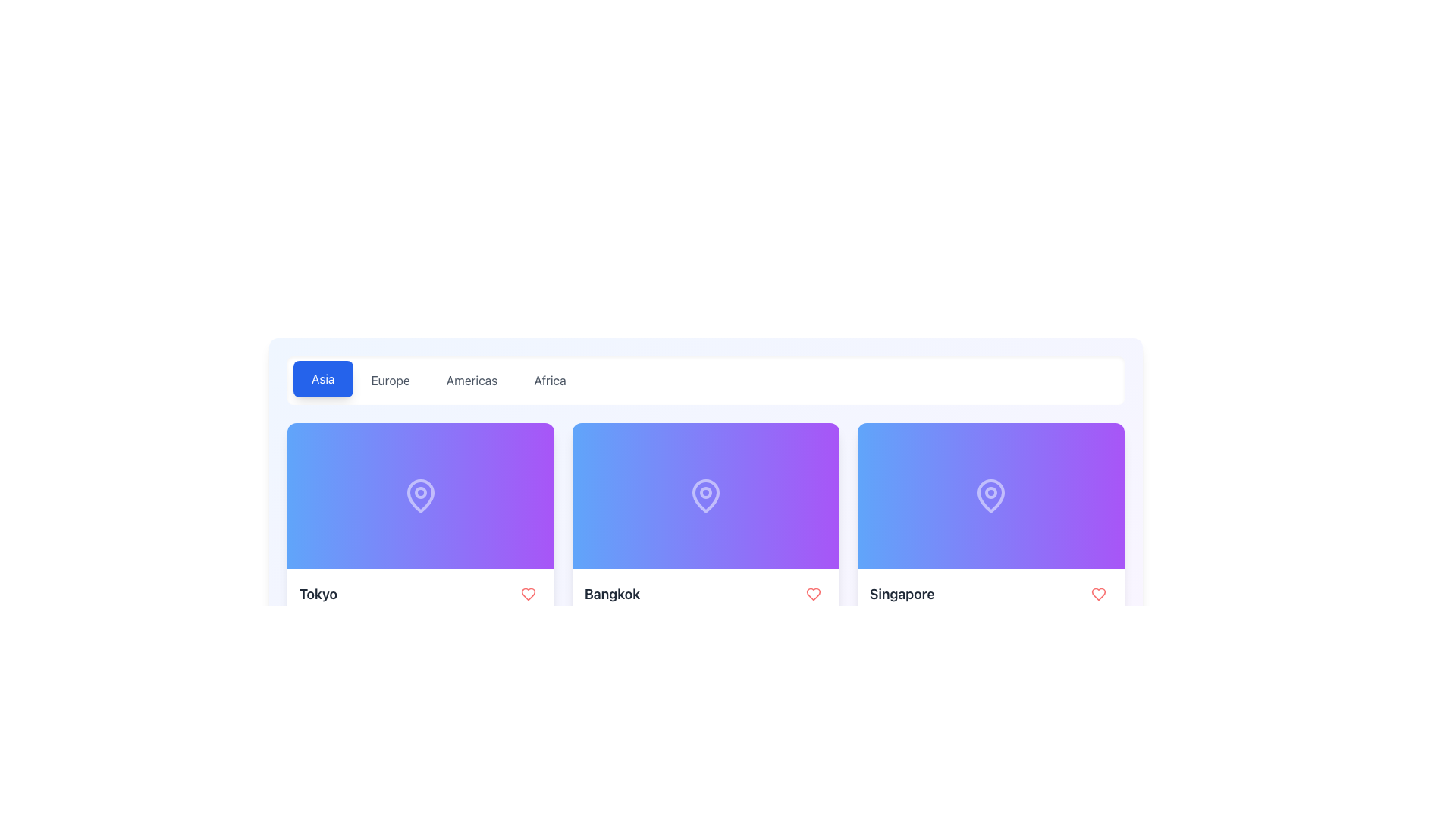  Describe the element at coordinates (322, 378) in the screenshot. I see `the 'Asia' button located at the far left of the navigation bar` at that location.